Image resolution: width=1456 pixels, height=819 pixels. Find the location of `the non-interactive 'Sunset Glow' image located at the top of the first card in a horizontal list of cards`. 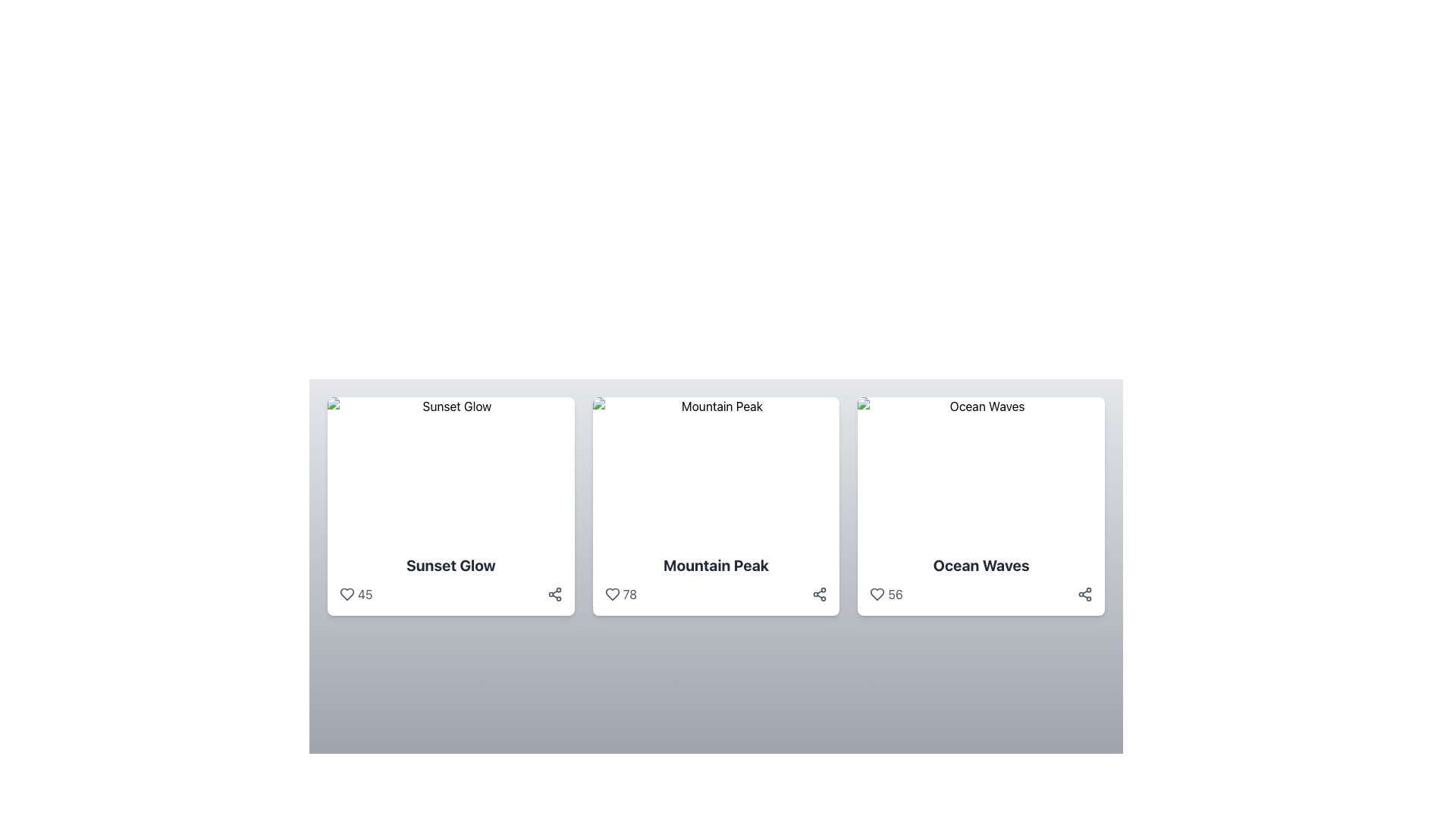

the non-interactive 'Sunset Glow' image located at the top of the first card in a horizontal list of cards is located at coordinates (450, 469).